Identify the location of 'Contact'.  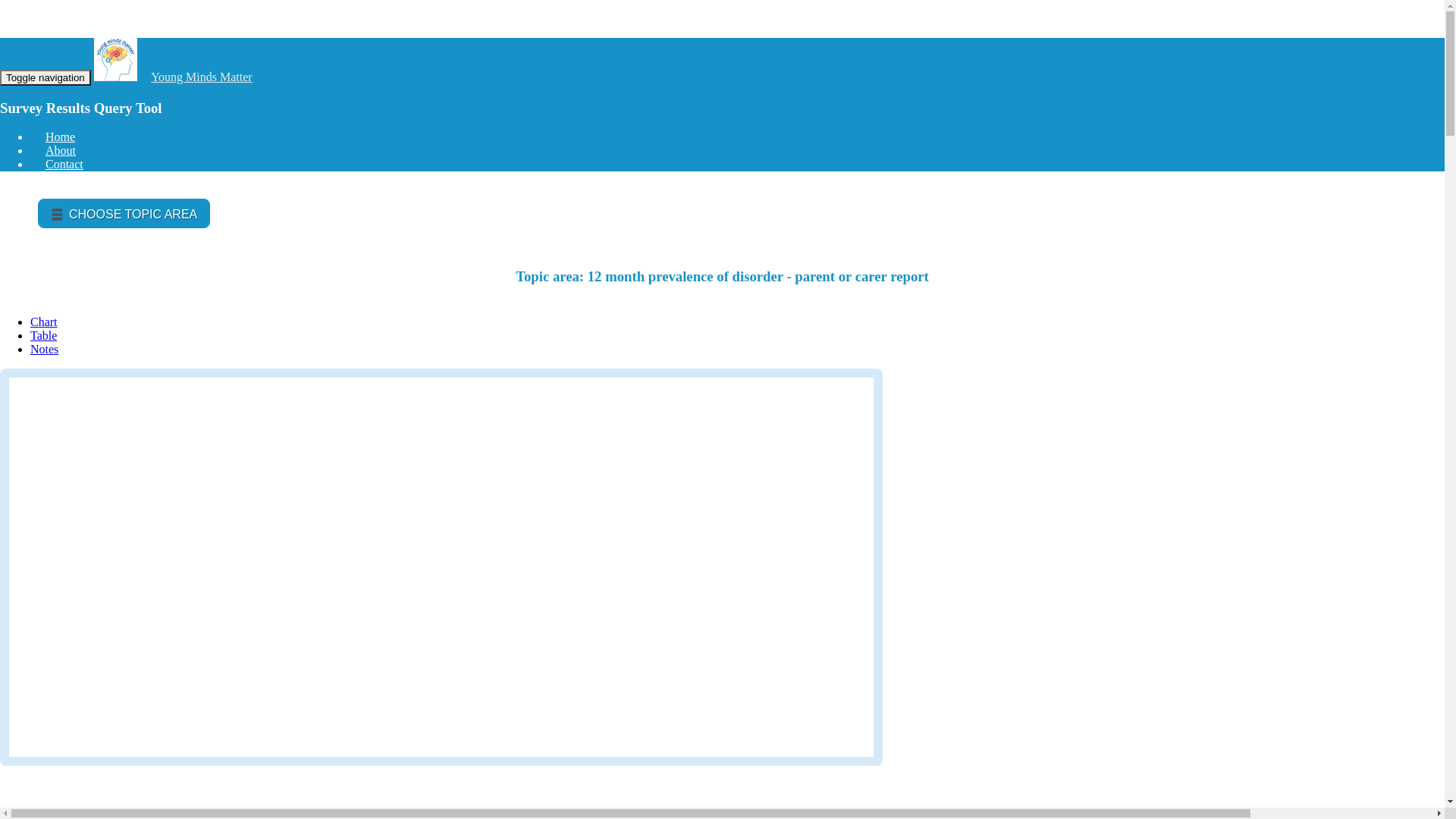
(64, 164).